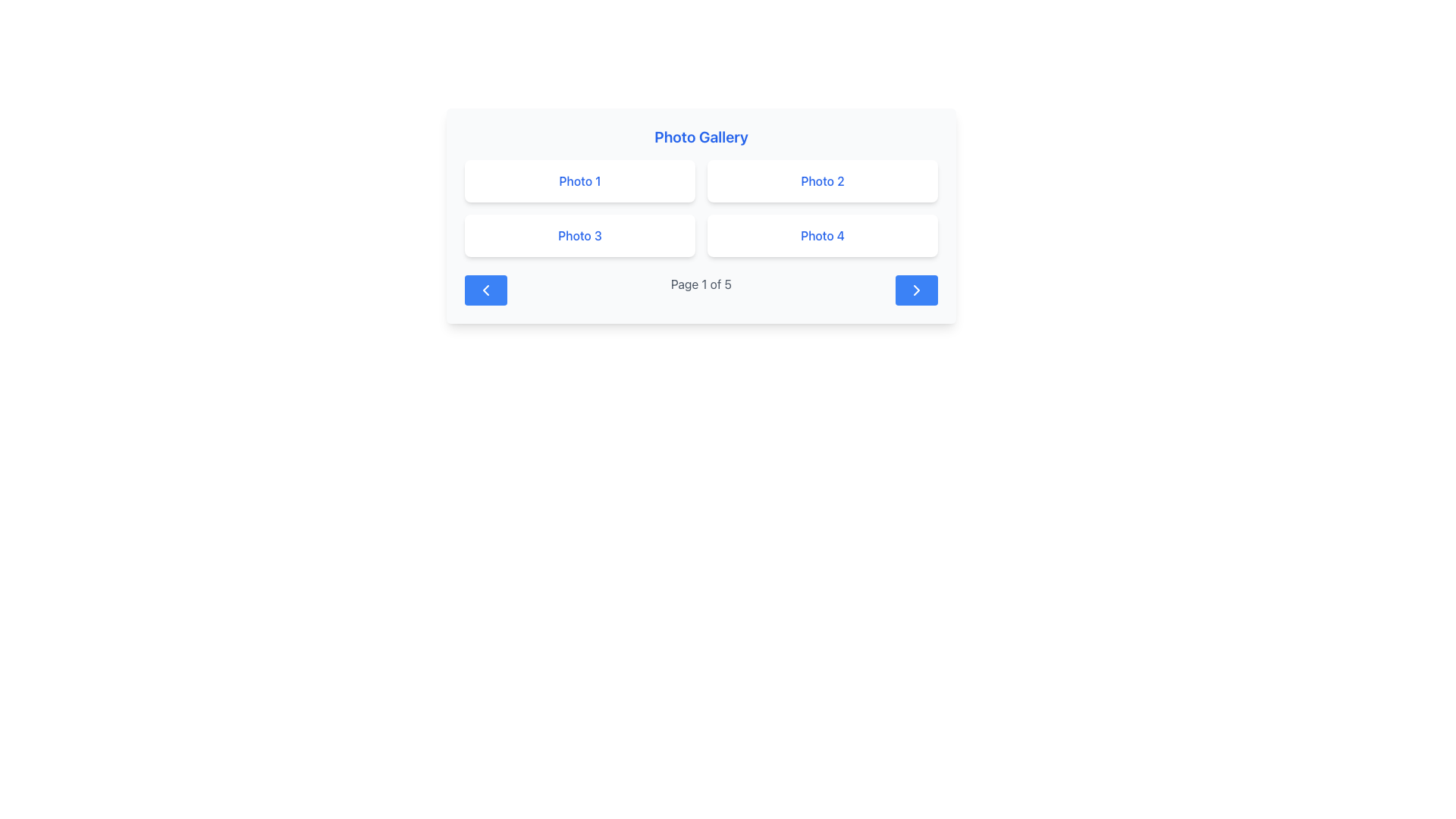 Image resolution: width=1456 pixels, height=819 pixels. What do you see at coordinates (701, 290) in the screenshot?
I see `the text label displaying 'Page 1 of 5' located in the center of the navigation bar to indicate the user's current position within the paginated set` at bounding box center [701, 290].